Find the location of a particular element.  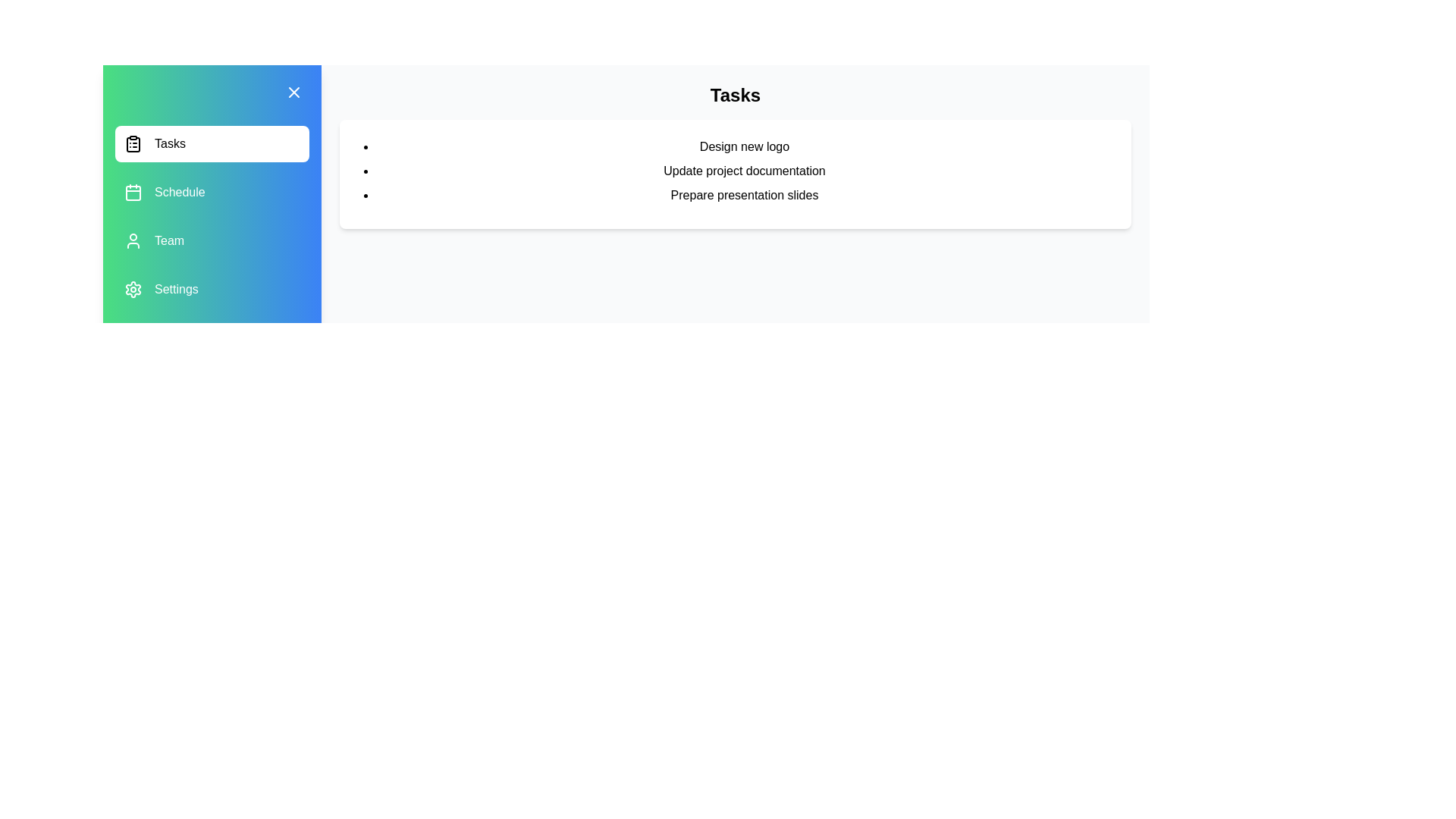

the menu item Schedule to observe the hover effect is located at coordinates (211, 192).